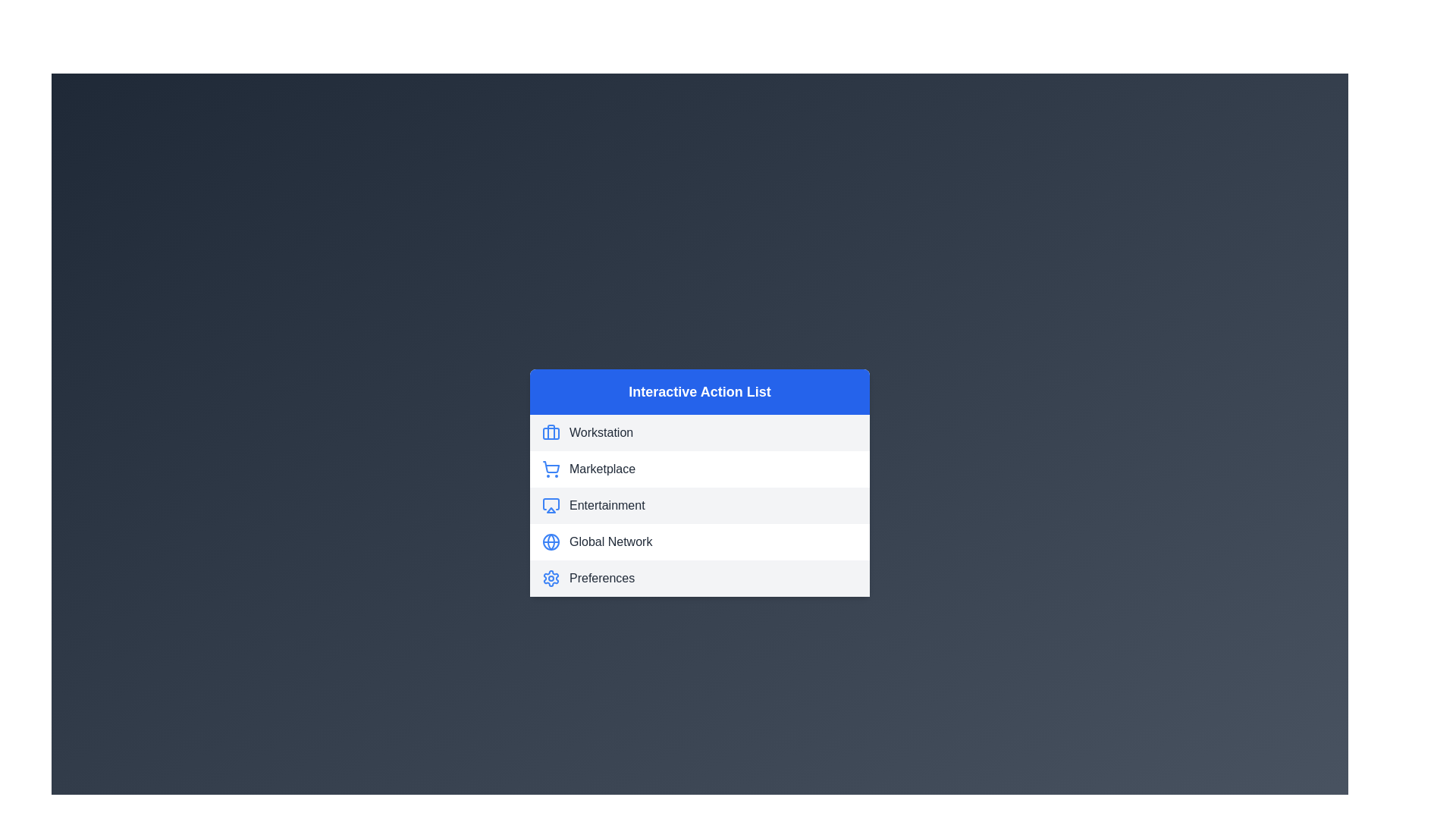 Image resolution: width=1456 pixels, height=819 pixels. What do you see at coordinates (550, 432) in the screenshot?
I see `the 'Workstation' icon located at the top-left of the action list` at bounding box center [550, 432].